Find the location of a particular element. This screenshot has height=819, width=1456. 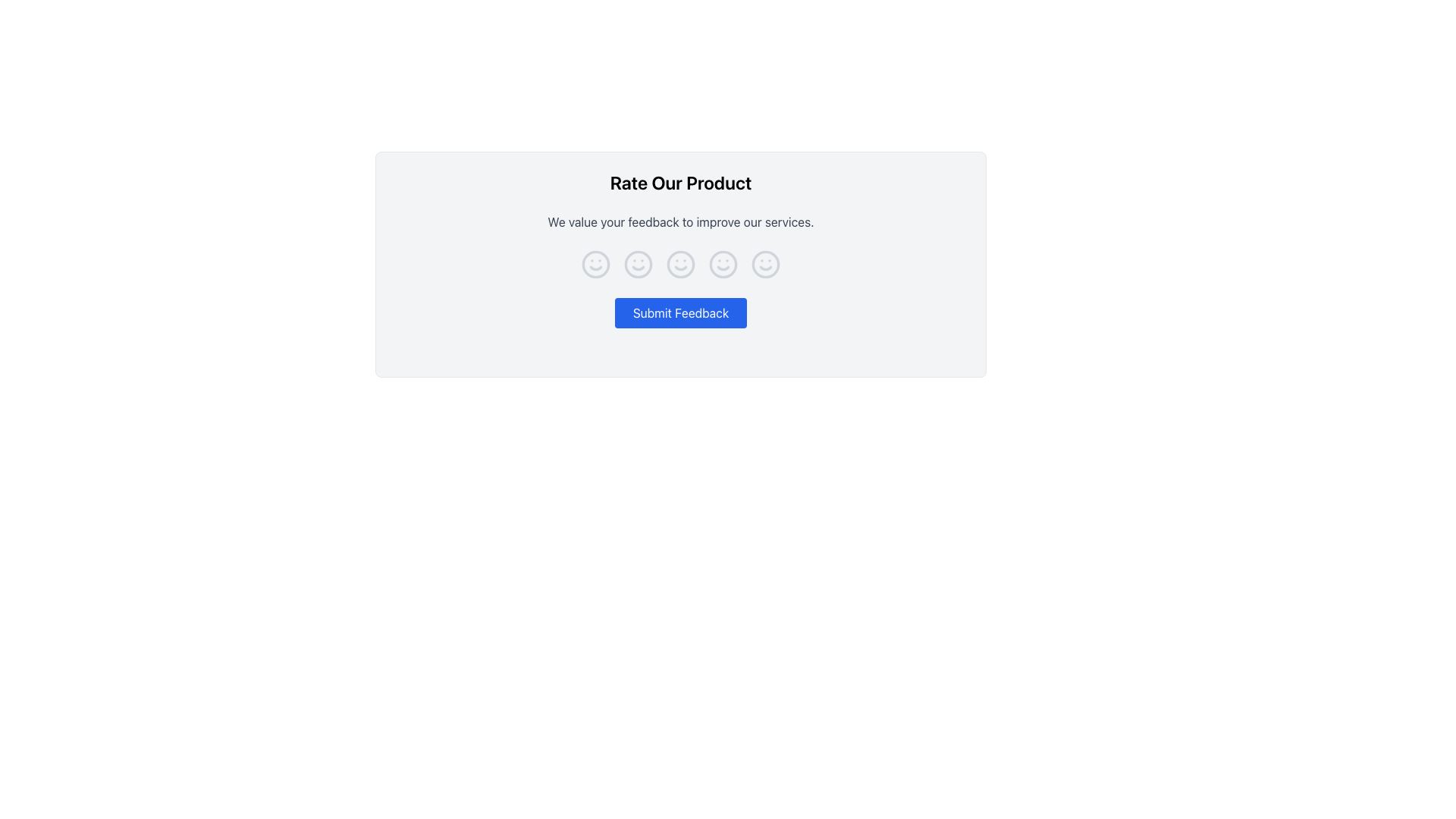

the SVG Circle Element located in the second smiley face icon within the 'Rate Our Product' section is located at coordinates (638, 263).